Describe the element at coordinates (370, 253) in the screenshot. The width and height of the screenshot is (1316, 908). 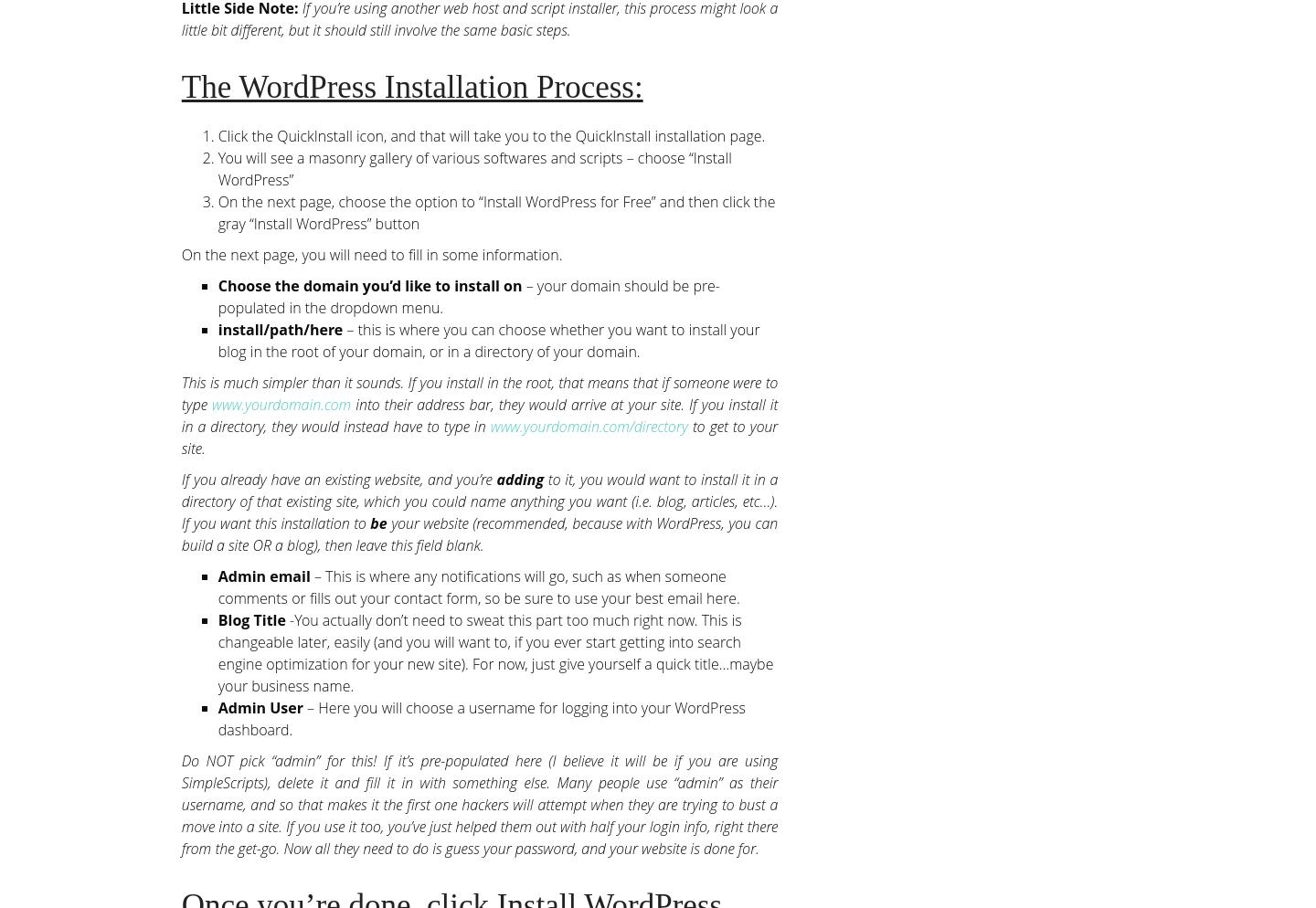
I see `'On the next page, you will need to fill in some information.'` at that location.